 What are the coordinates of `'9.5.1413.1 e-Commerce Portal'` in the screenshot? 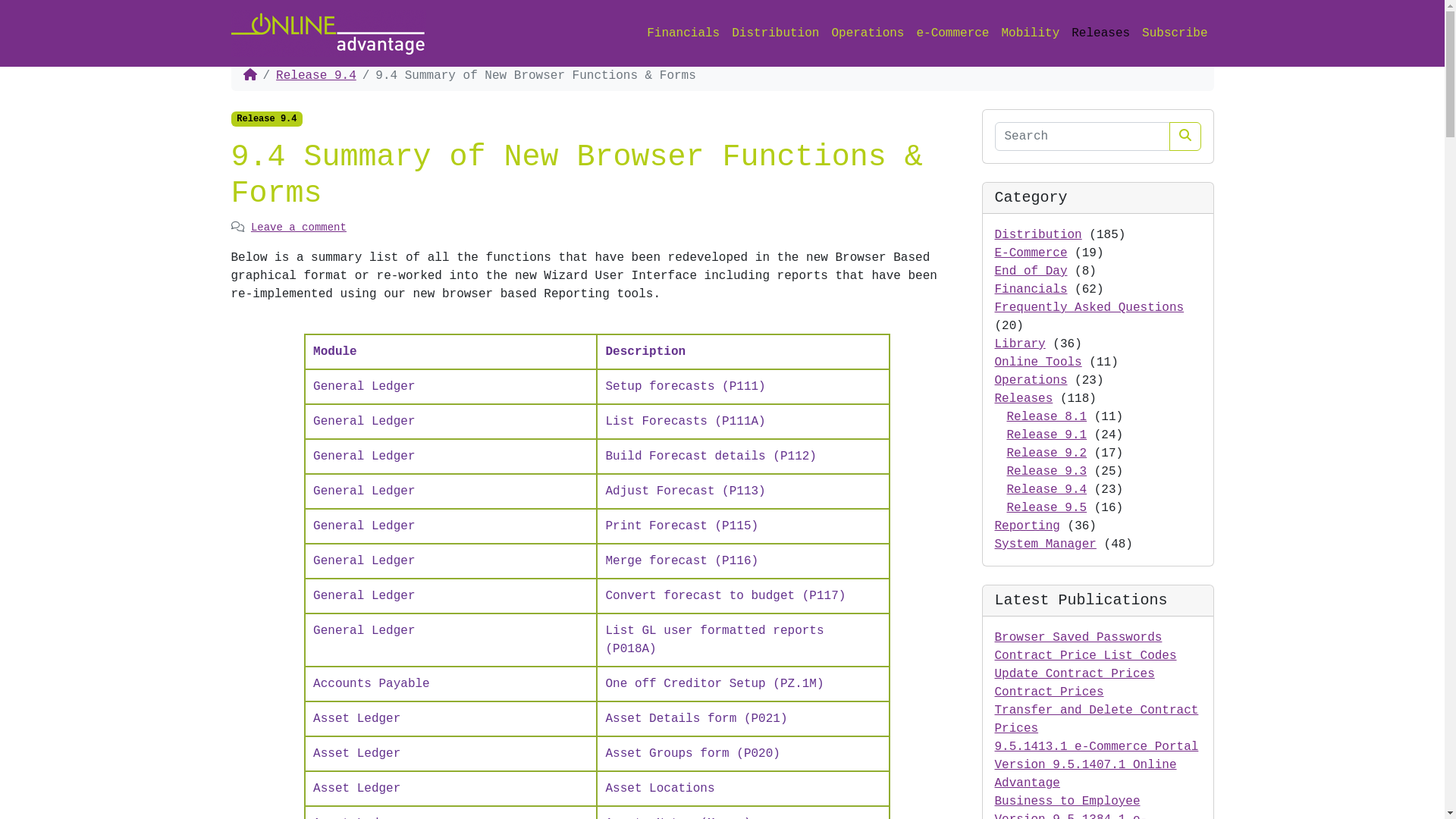 It's located at (994, 745).